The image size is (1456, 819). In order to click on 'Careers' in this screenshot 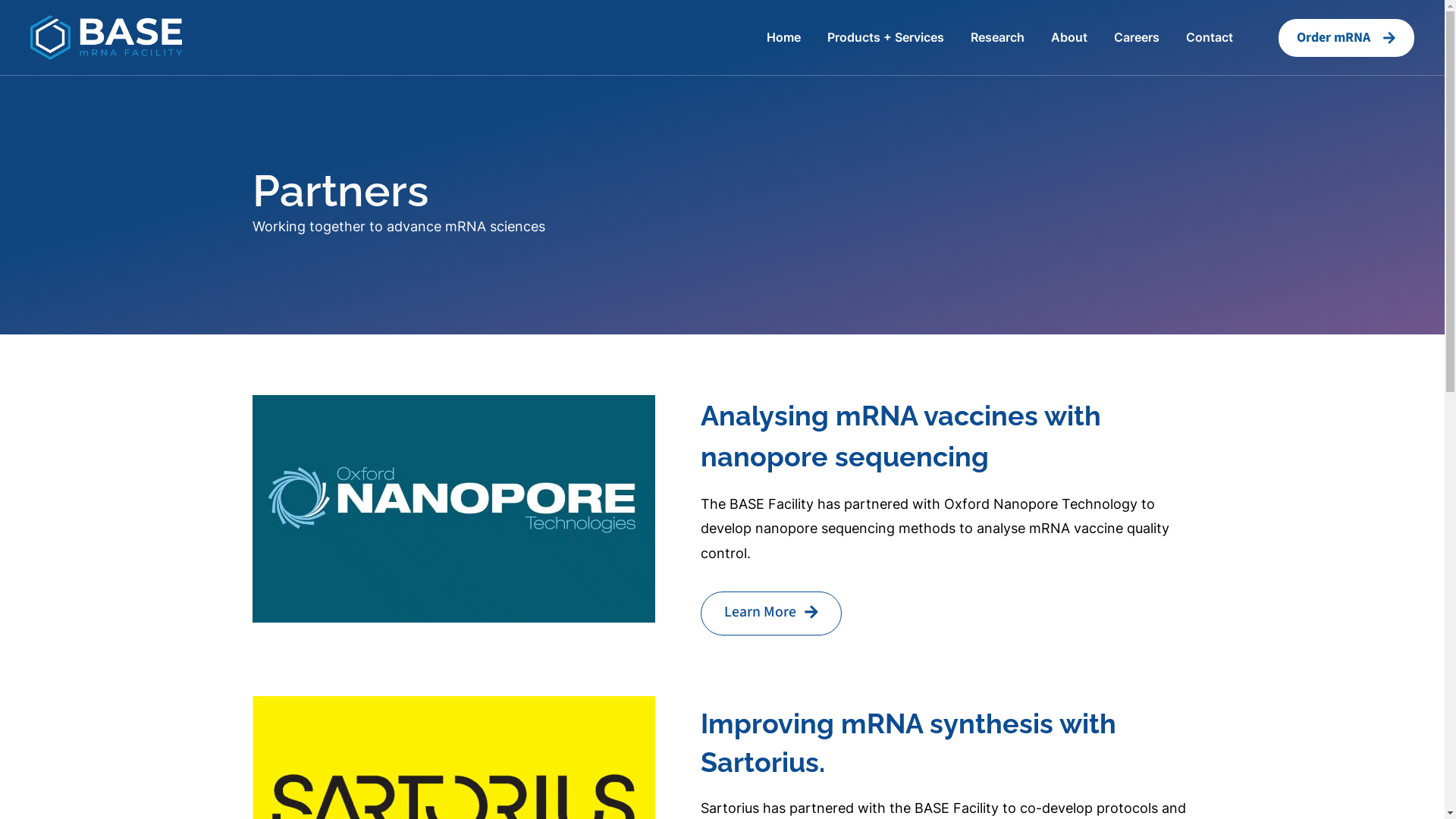, I will do `click(1136, 36)`.